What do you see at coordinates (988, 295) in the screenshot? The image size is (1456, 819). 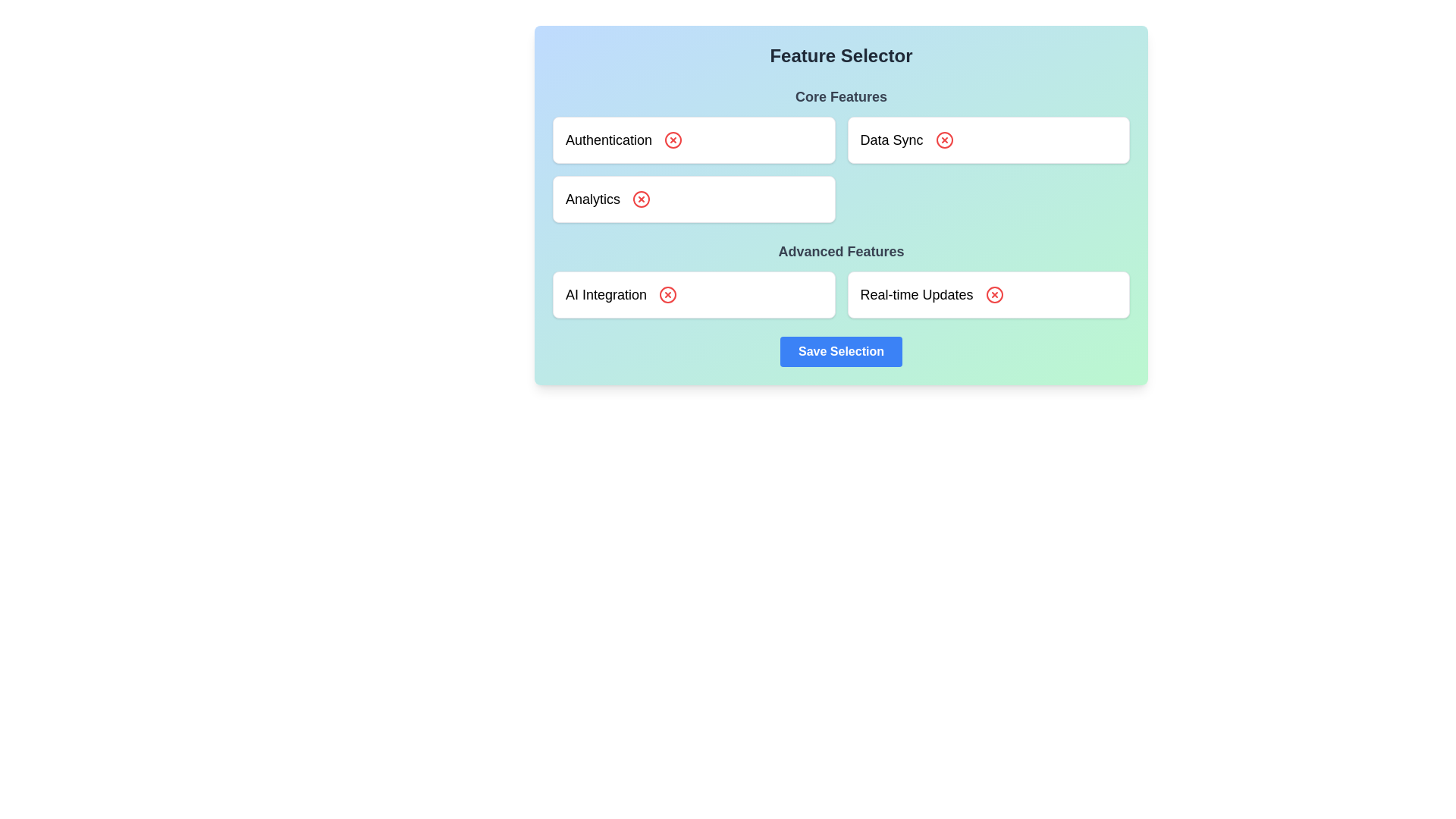 I see `the 'Real-time Updates' card` at bounding box center [988, 295].